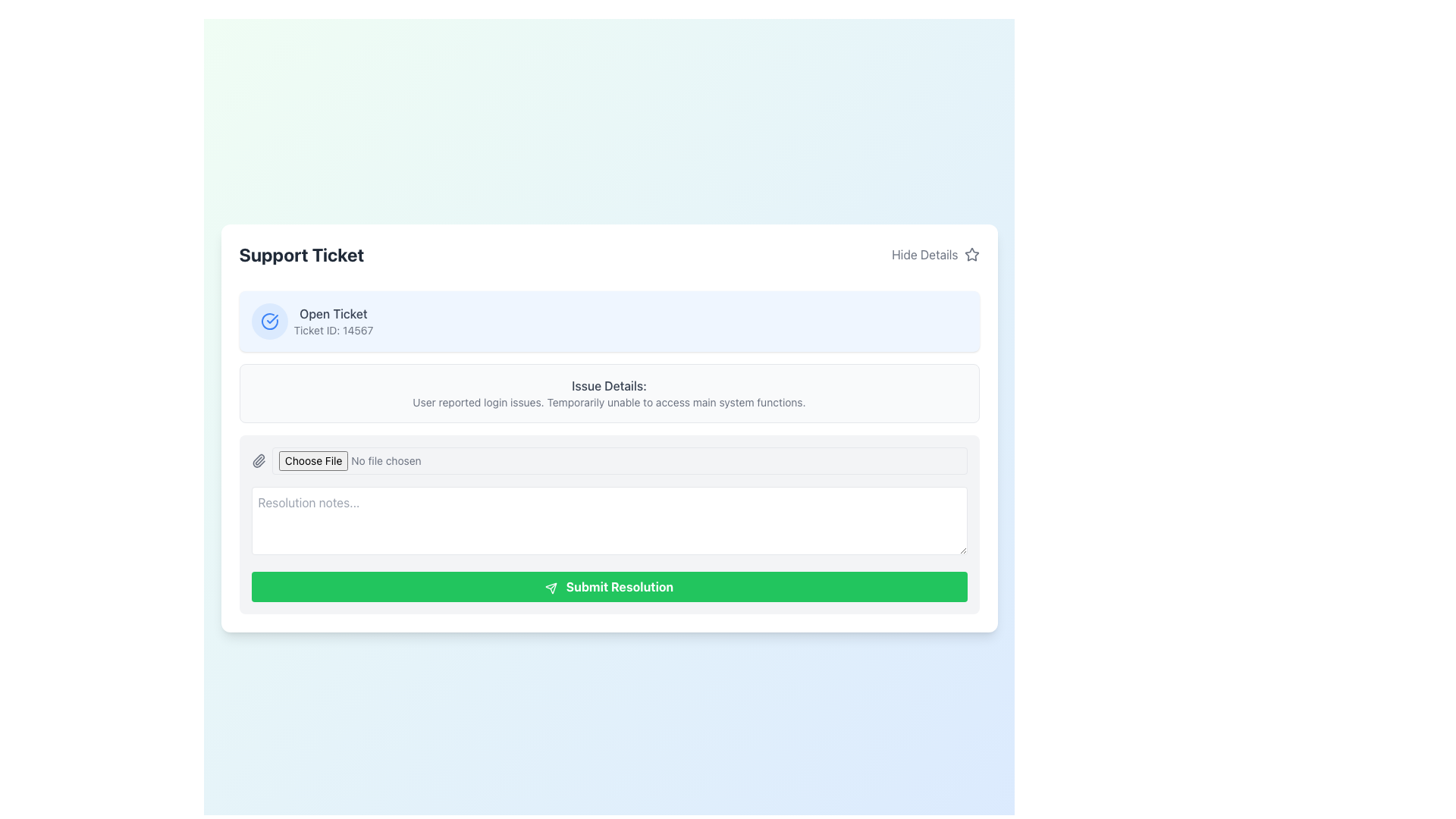  What do you see at coordinates (333, 329) in the screenshot?
I see `the static text displaying the unique identifier for the current ticket, located just below the 'Open Ticket' header in the top left of the layout` at bounding box center [333, 329].